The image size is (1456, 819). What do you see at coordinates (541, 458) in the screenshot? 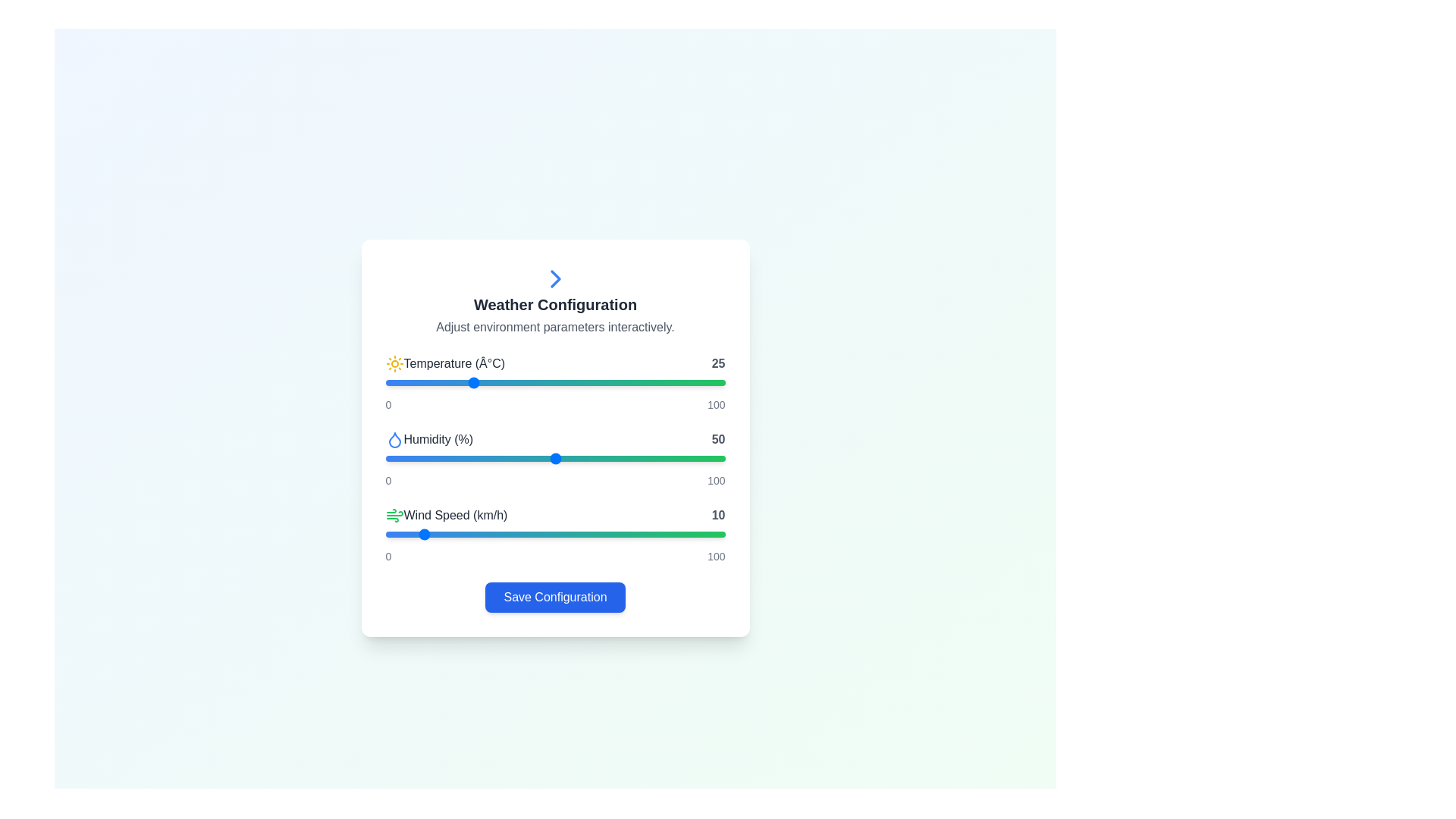
I see `the humidity level` at bounding box center [541, 458].